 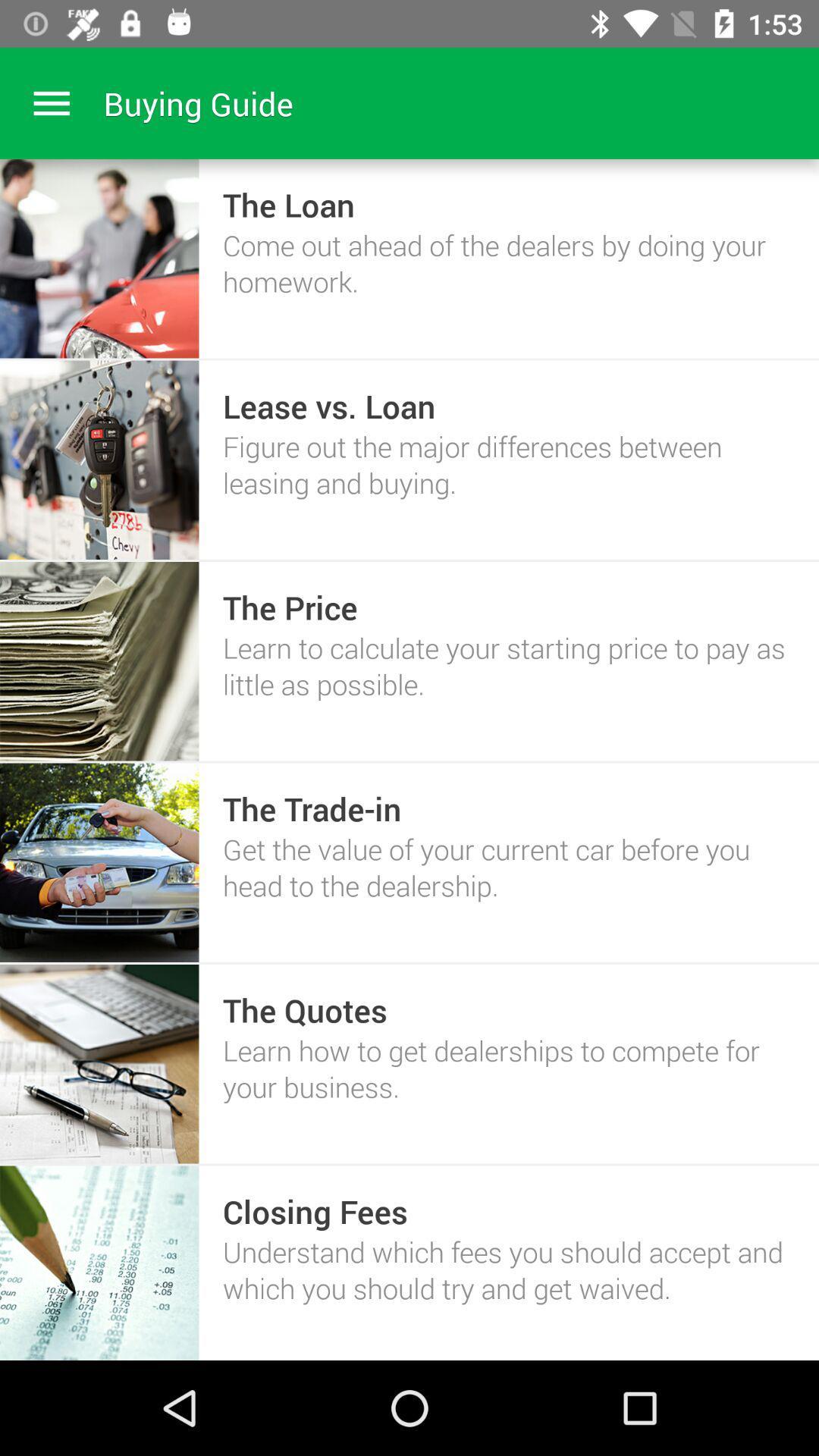 I want to click on the loan icon, so click(x=289, y=203).